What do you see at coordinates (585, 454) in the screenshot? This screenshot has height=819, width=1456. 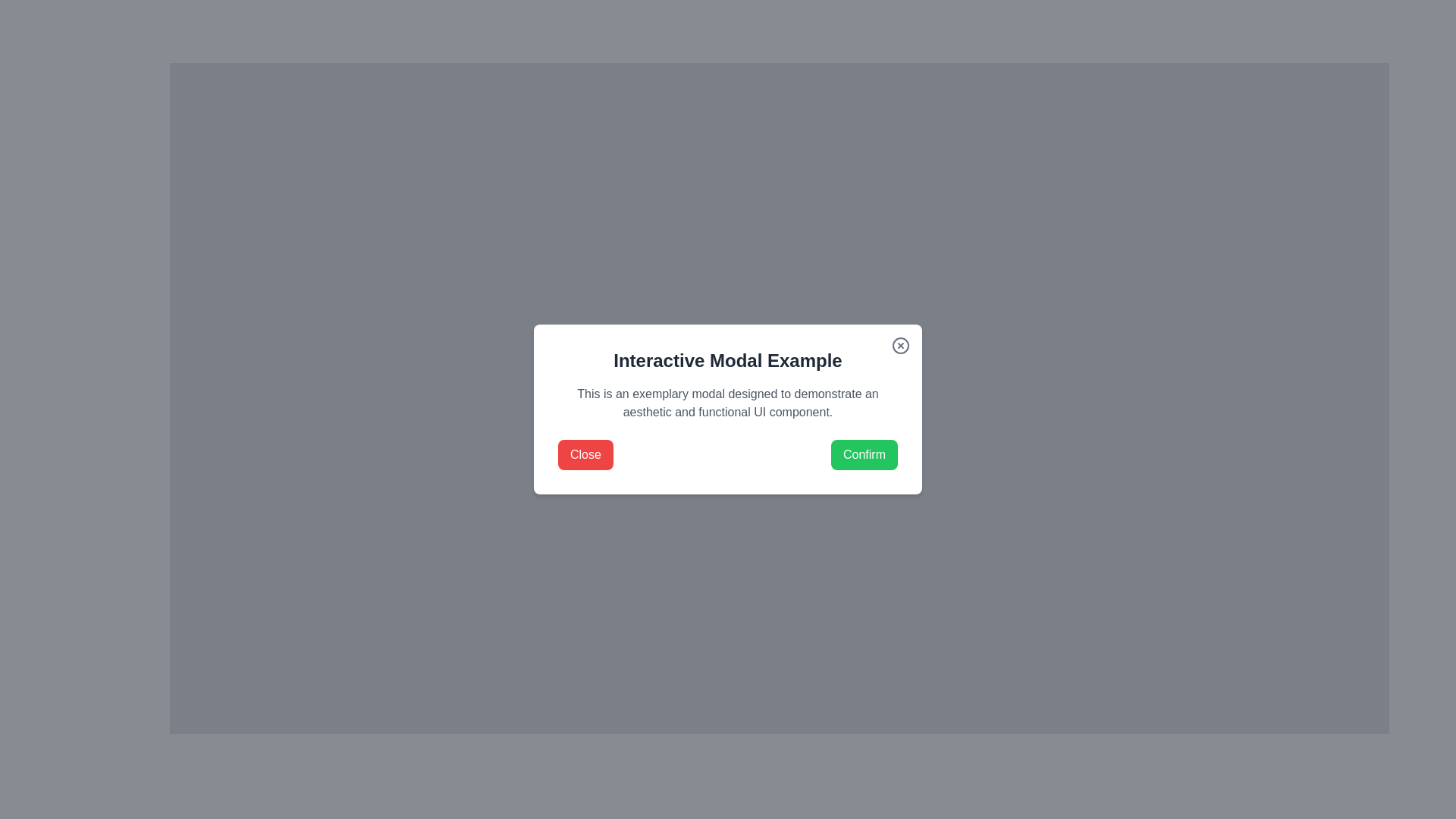 I see `the red close button located at the bottom-left side of the modal dialog box` at bounding box center [585, 454].